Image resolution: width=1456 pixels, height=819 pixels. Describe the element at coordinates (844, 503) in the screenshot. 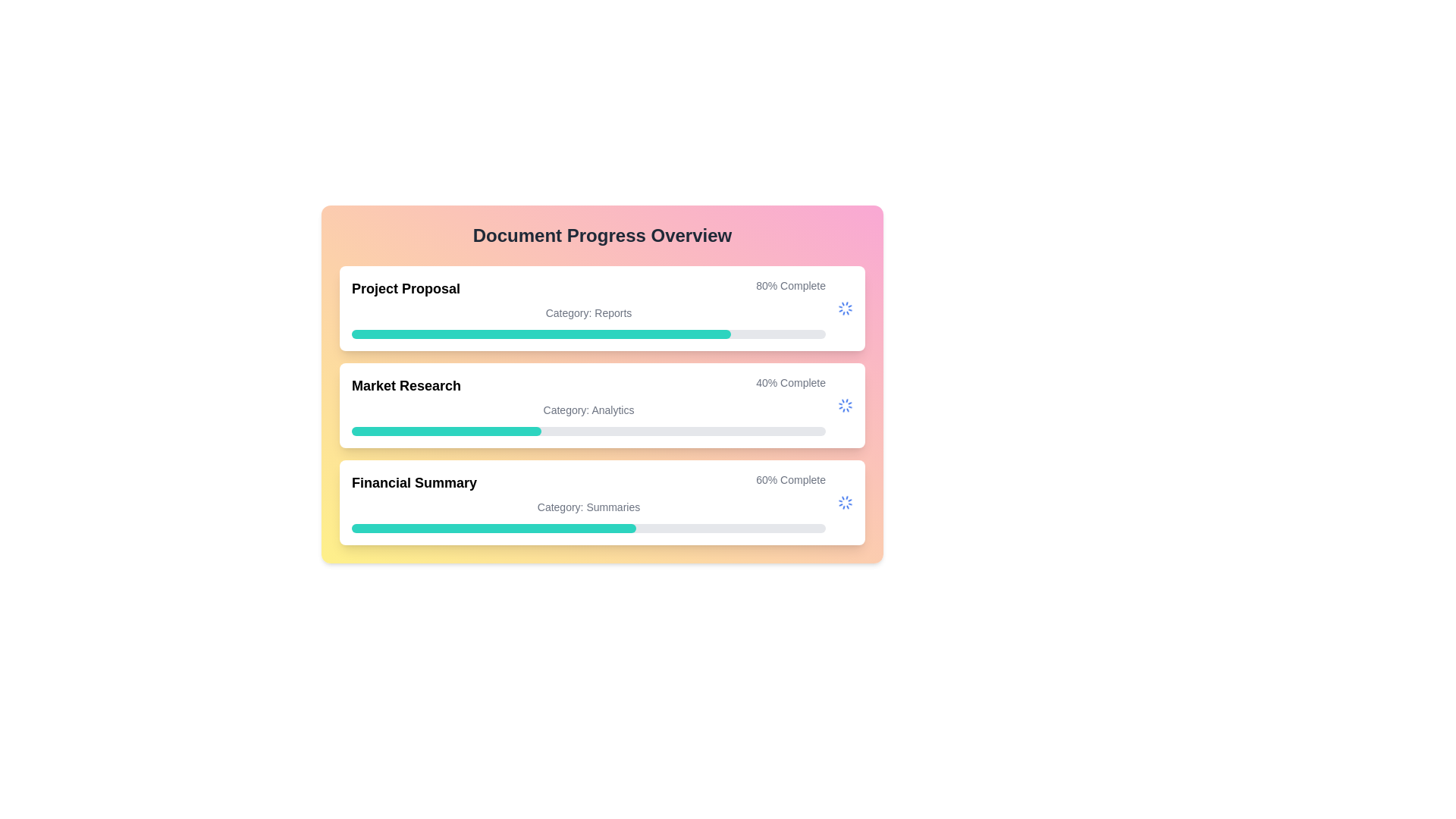

I see `the loading icon located in the bottom-right corner of the 'Financial Summary' panel, adjacent to the progress bar indicating 60% completion` at that location.